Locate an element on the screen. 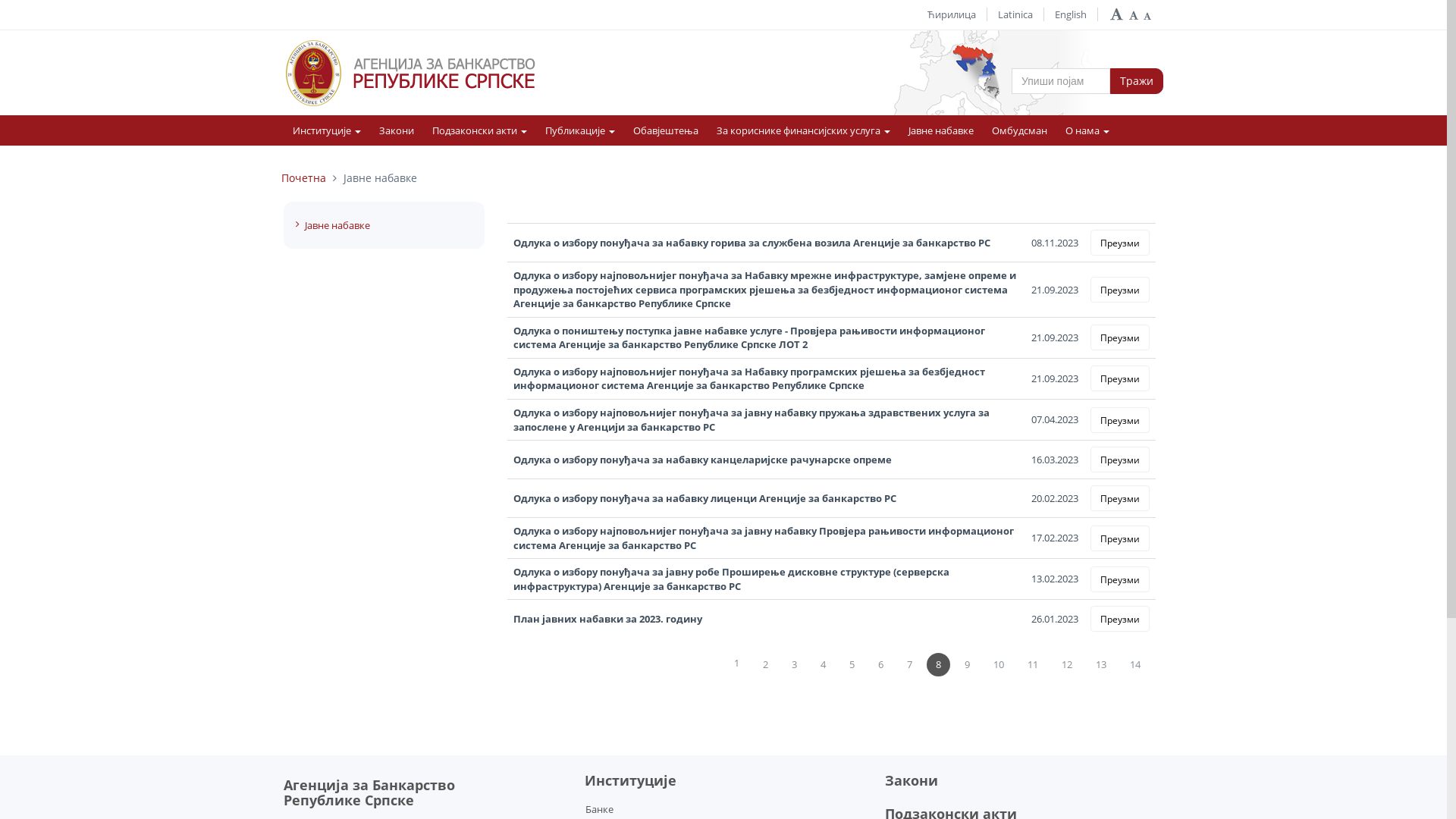  'English' is located at coordinates (1054, 14).